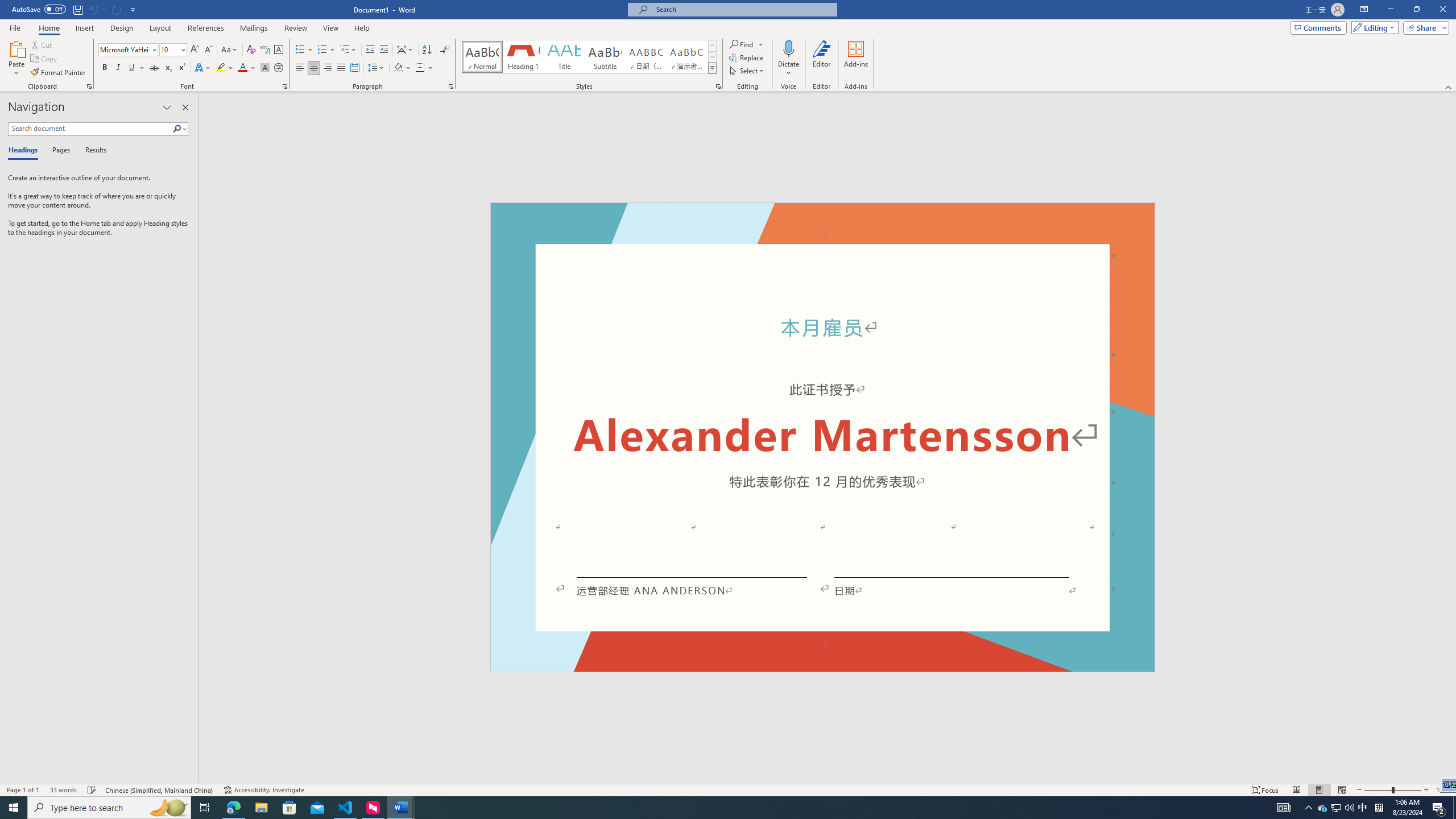  I want to click on 'Italic', so click(118, 67).